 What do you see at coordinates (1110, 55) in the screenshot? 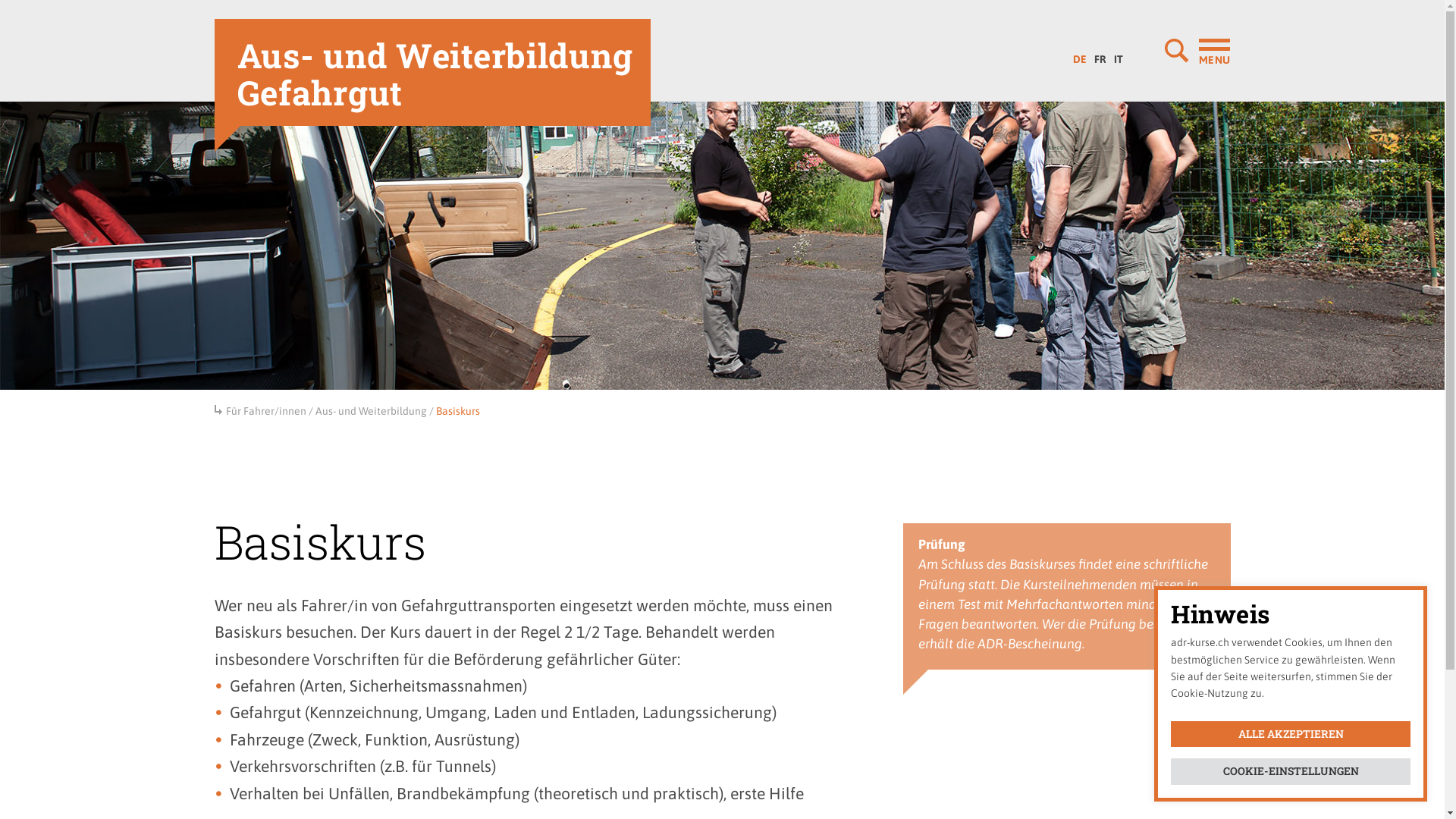
I see `'IT'` at bounding box center [1110, 55].